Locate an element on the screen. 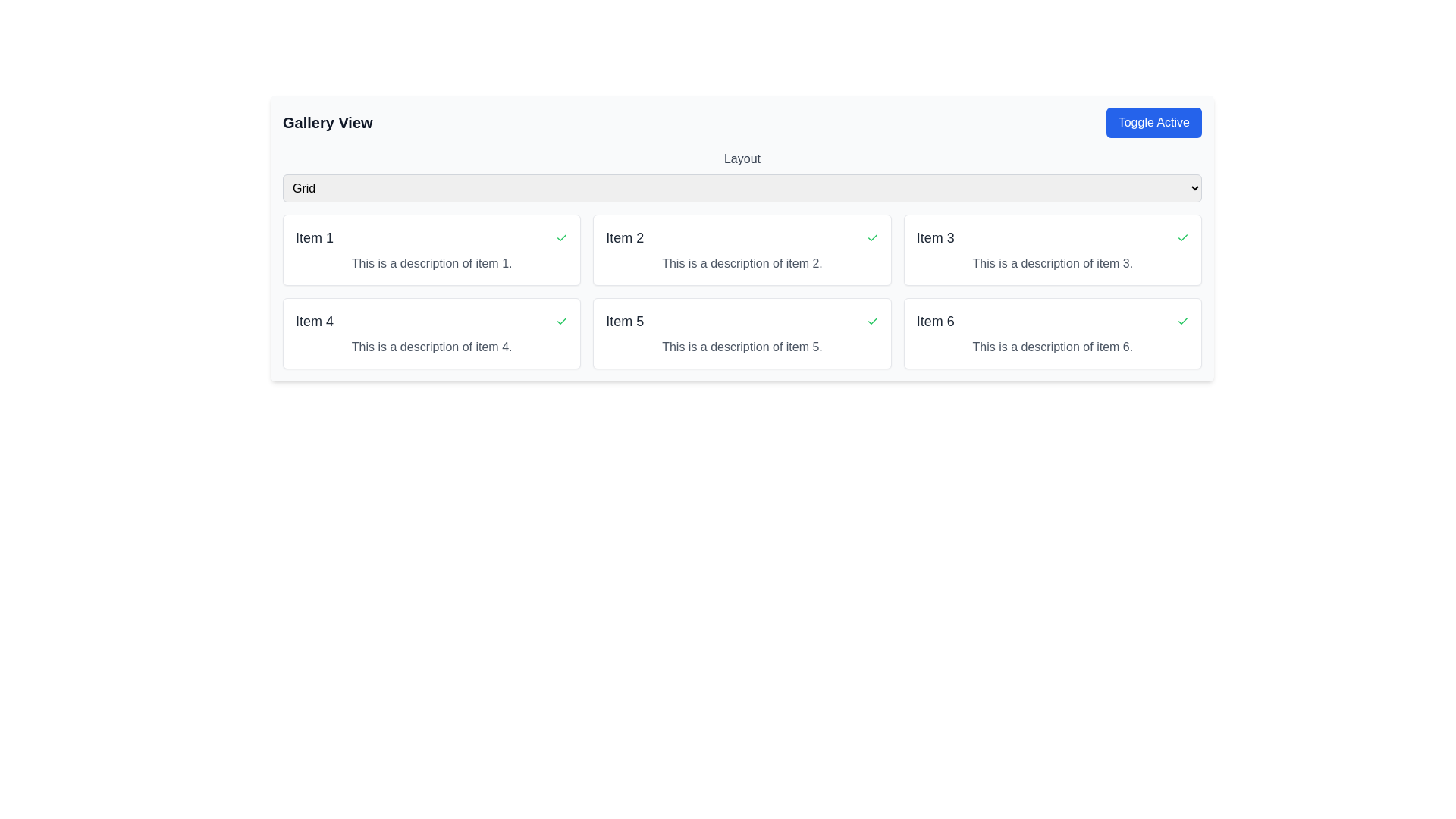 This screenshot has width=1456, height=819. the green checkmark icon located on the right side of the 'Item 3' section in the grid layout is located at coordinates (1182, 237).